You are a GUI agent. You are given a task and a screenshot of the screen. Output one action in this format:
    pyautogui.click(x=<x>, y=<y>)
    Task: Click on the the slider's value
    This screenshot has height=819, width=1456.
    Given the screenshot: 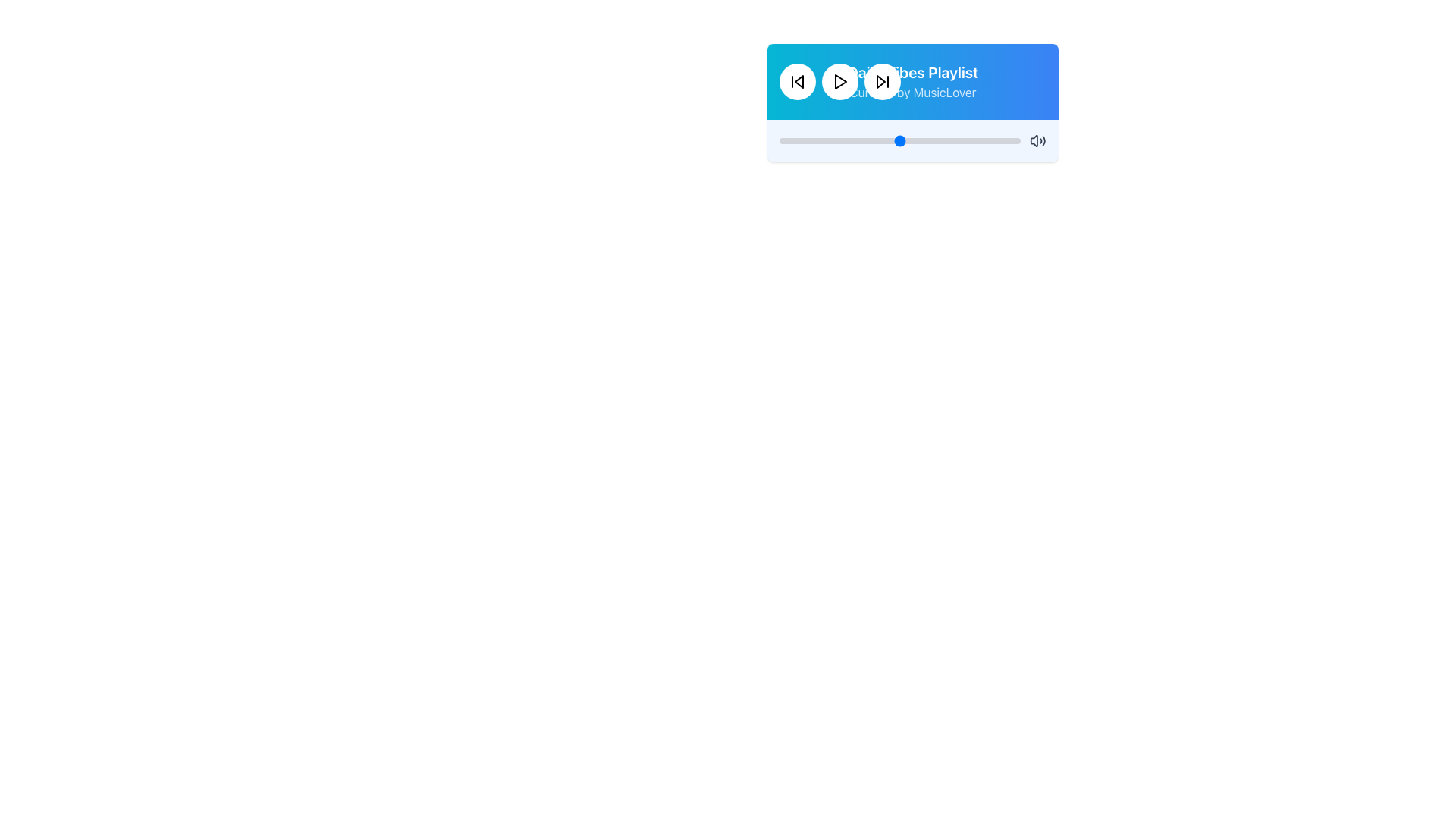 What is the action you would take?
    pyautogui.click(x=926, y=137)
    